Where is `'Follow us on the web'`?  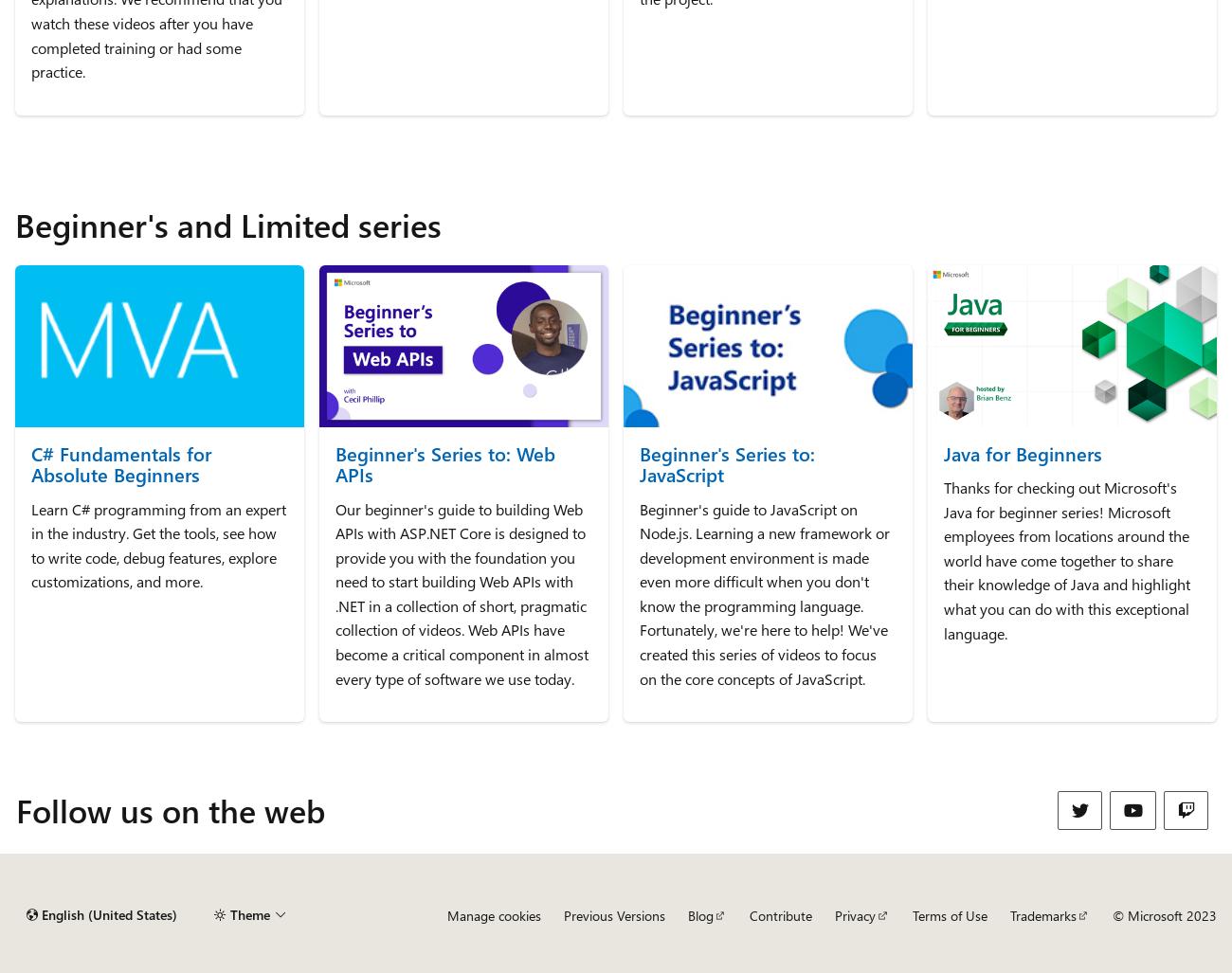
'Follow us on the web' is located at coordinates (171, 809).